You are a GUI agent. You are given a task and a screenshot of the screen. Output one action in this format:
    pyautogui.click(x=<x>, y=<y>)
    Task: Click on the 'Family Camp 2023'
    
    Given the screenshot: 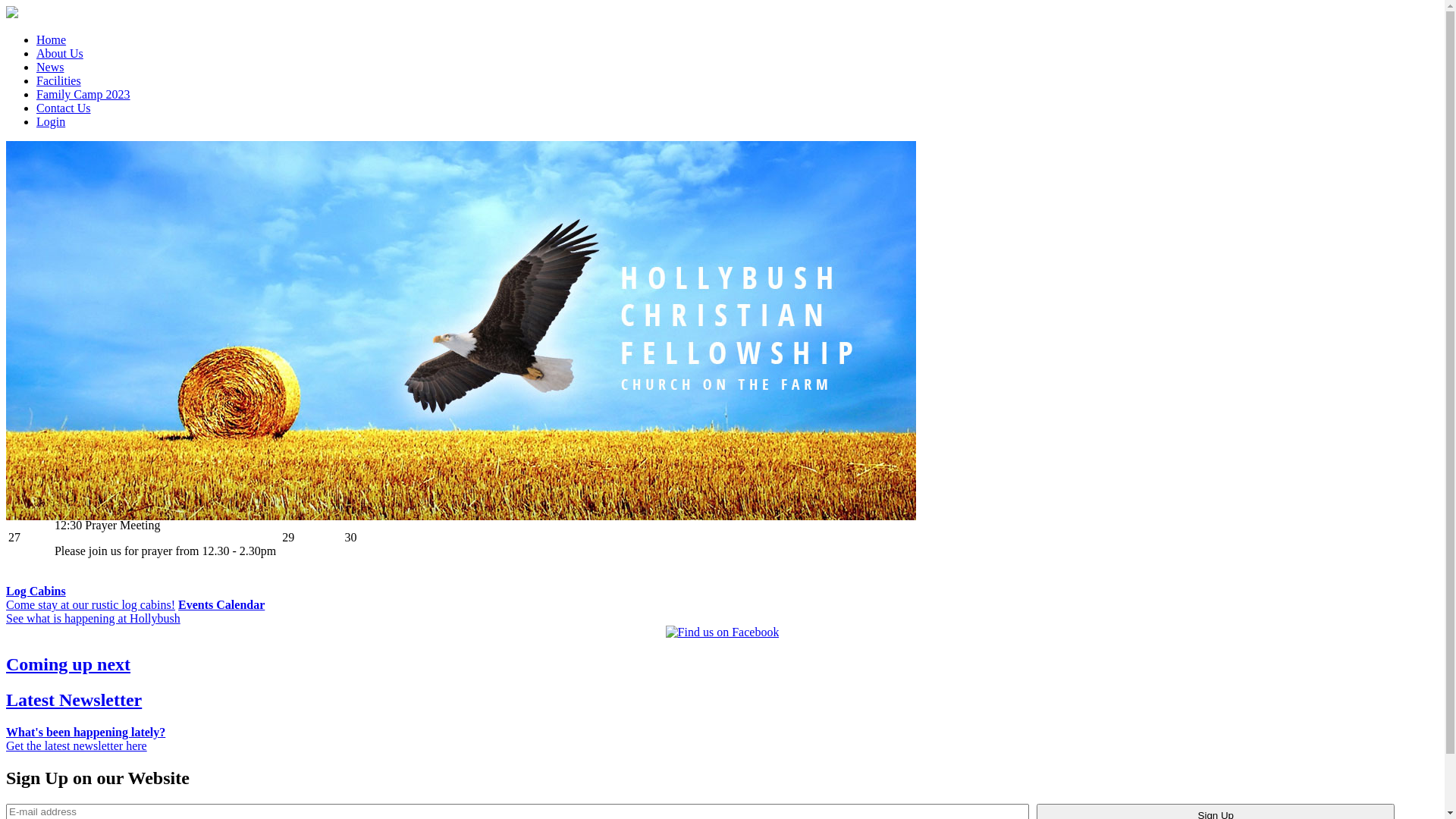 What is the action you would take?
    pyautogui.click(x=83, y=94)
    